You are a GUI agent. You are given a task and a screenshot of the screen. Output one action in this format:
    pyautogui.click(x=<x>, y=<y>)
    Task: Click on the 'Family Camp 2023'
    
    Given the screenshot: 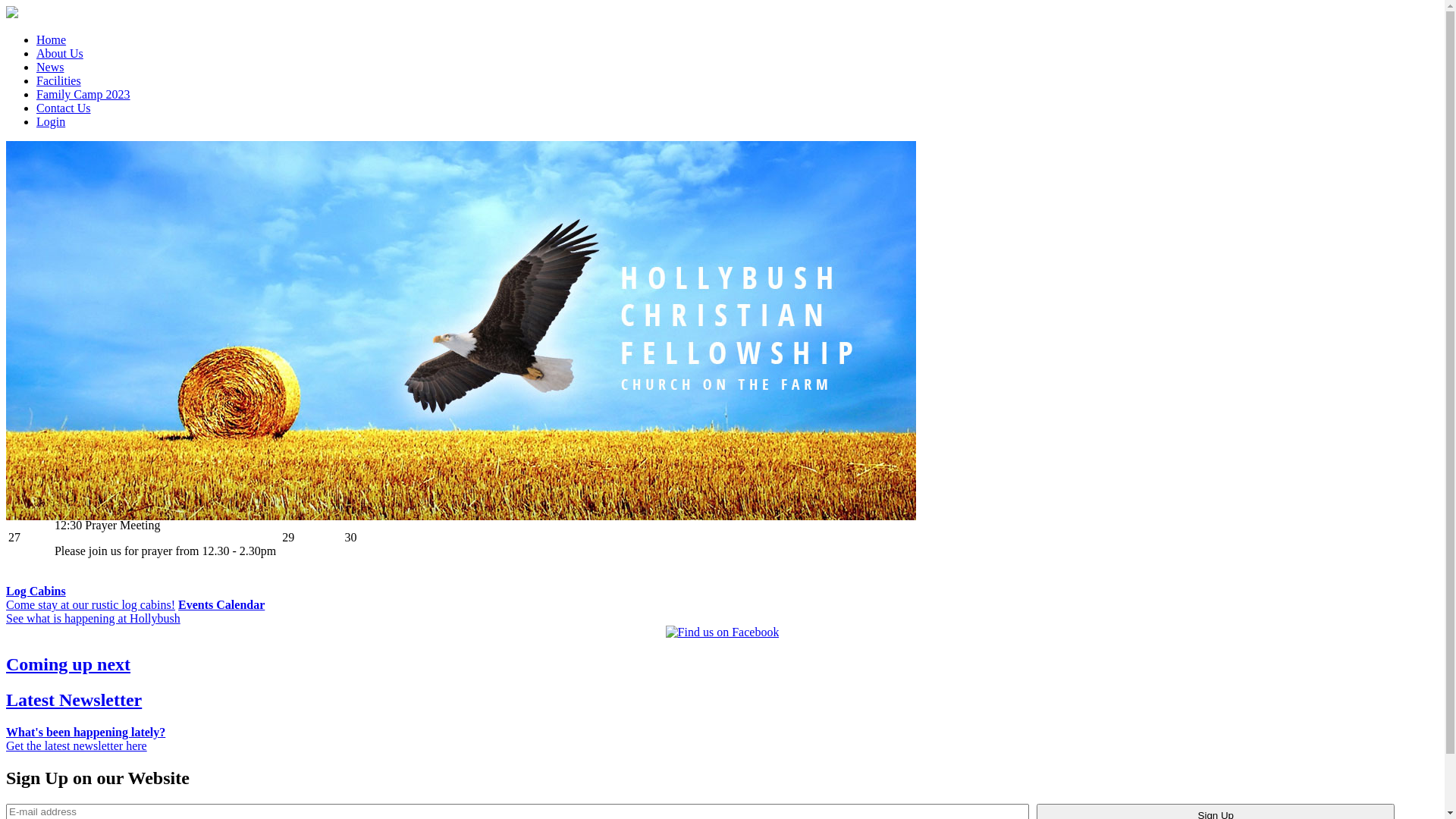 What is the action you would take?
    pyautogui.click(x=83, y=94)
    